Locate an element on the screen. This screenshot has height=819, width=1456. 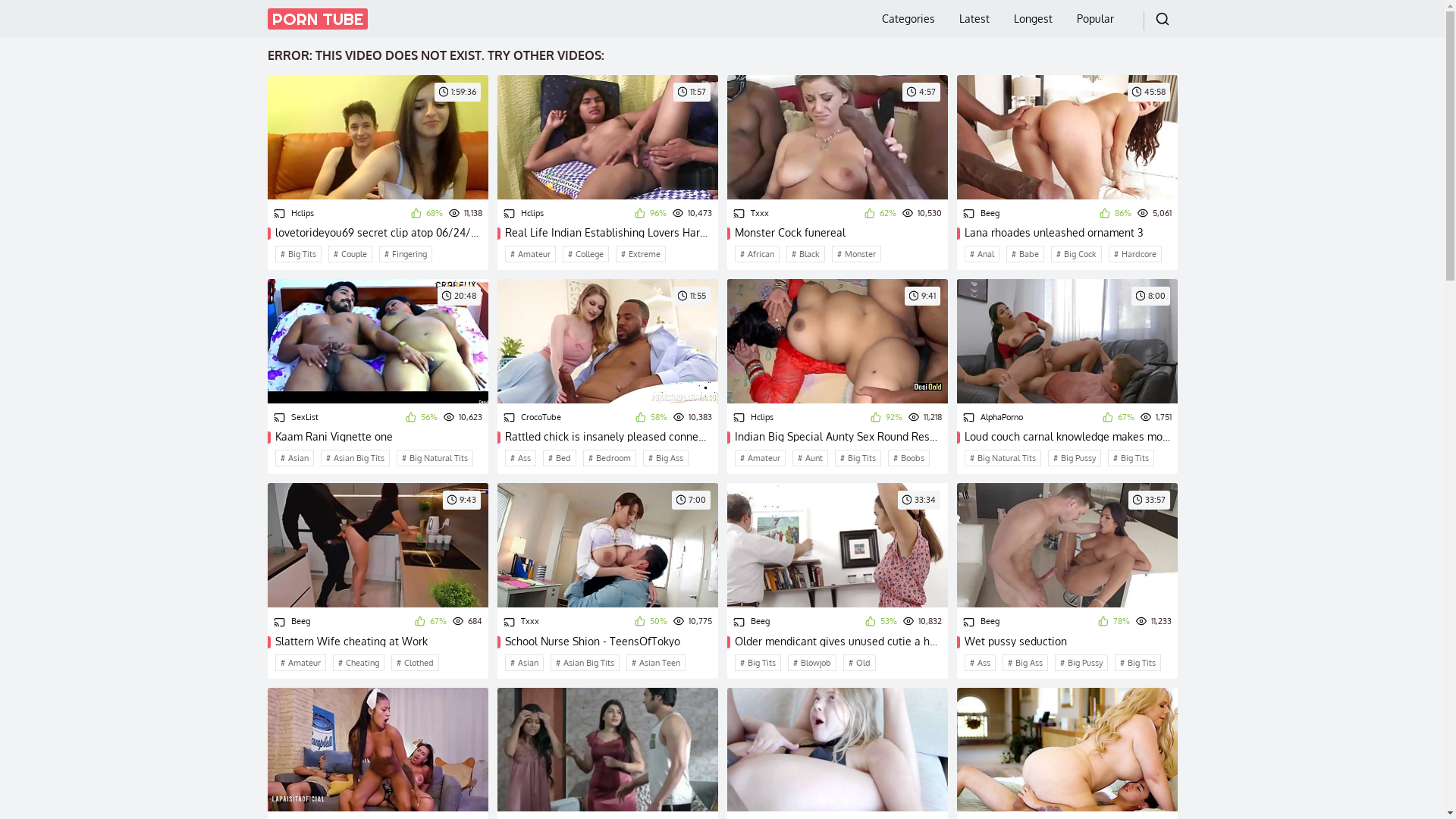
'Longest' is located at coordinates (1002, 18).